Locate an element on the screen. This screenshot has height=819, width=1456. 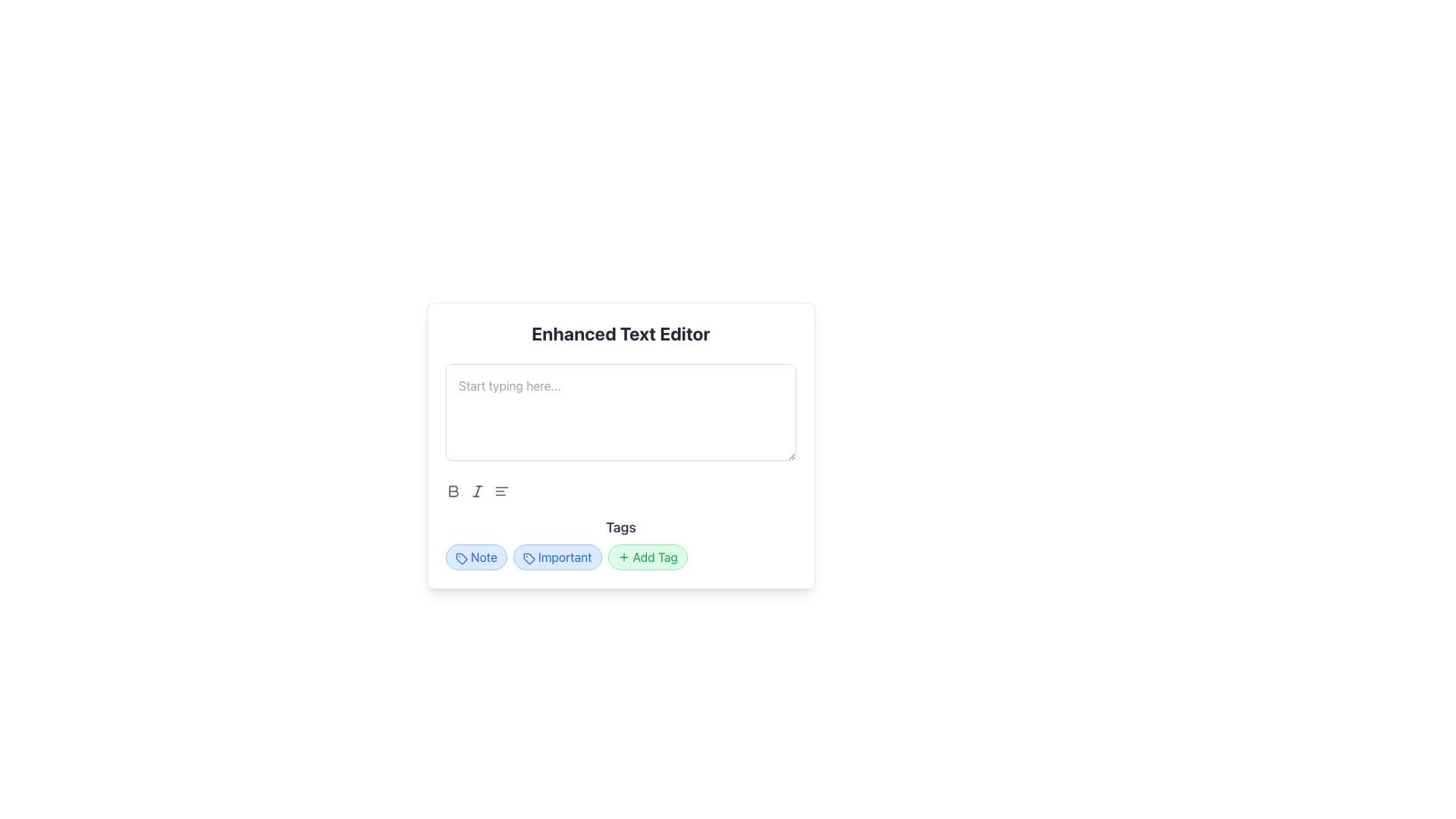
the tag icon located in the 'Tags' section, positioned to the left of other tags like 'Important' and 'Add Tag', at the bottom of the interface is located at coordinates (460, 558).